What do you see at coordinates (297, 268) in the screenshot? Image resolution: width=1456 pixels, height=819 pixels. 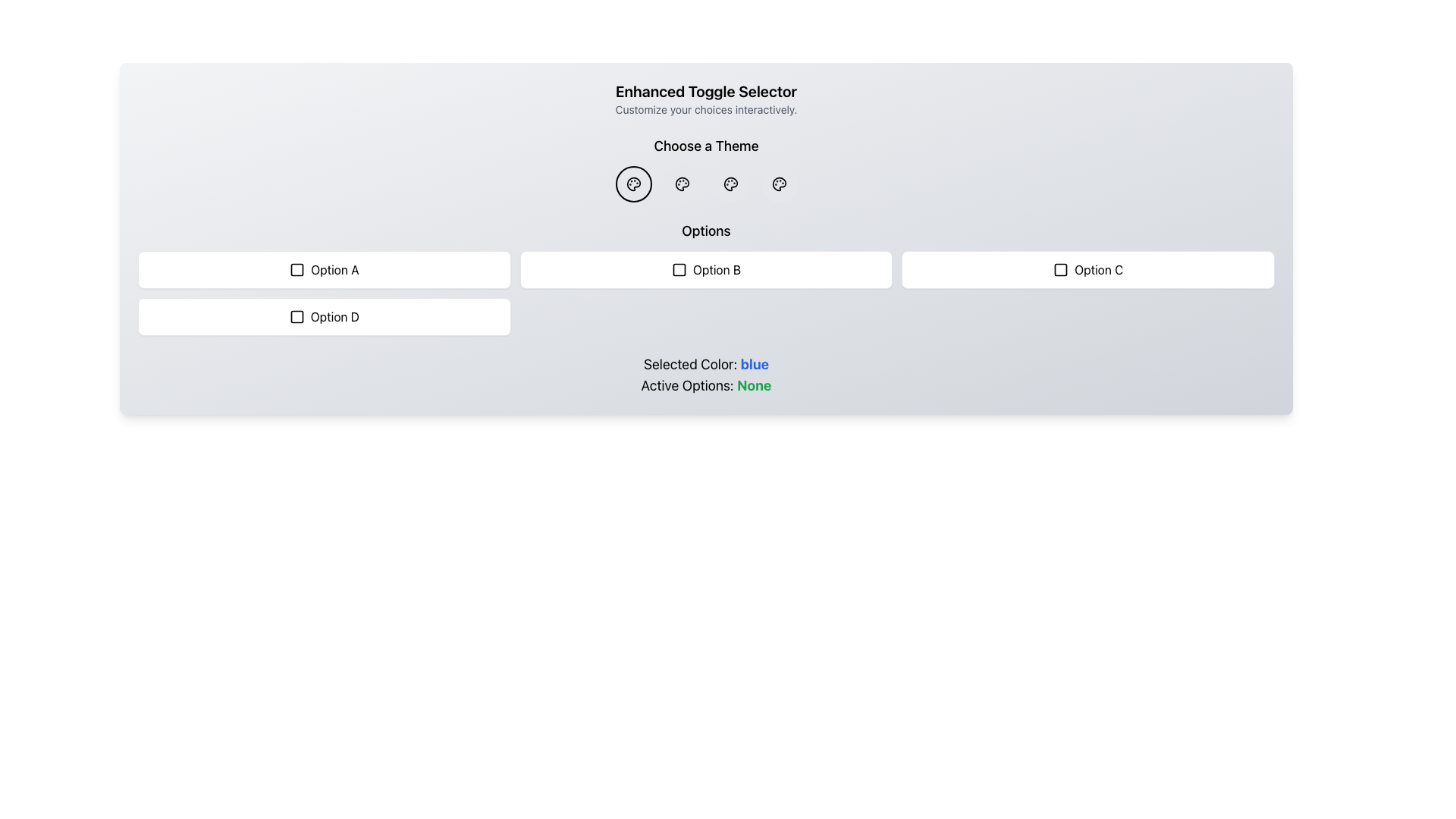 I see `the checkbox toggle indicator for 'Option A' to provide visual feedback` at bounding box center [297, 268].